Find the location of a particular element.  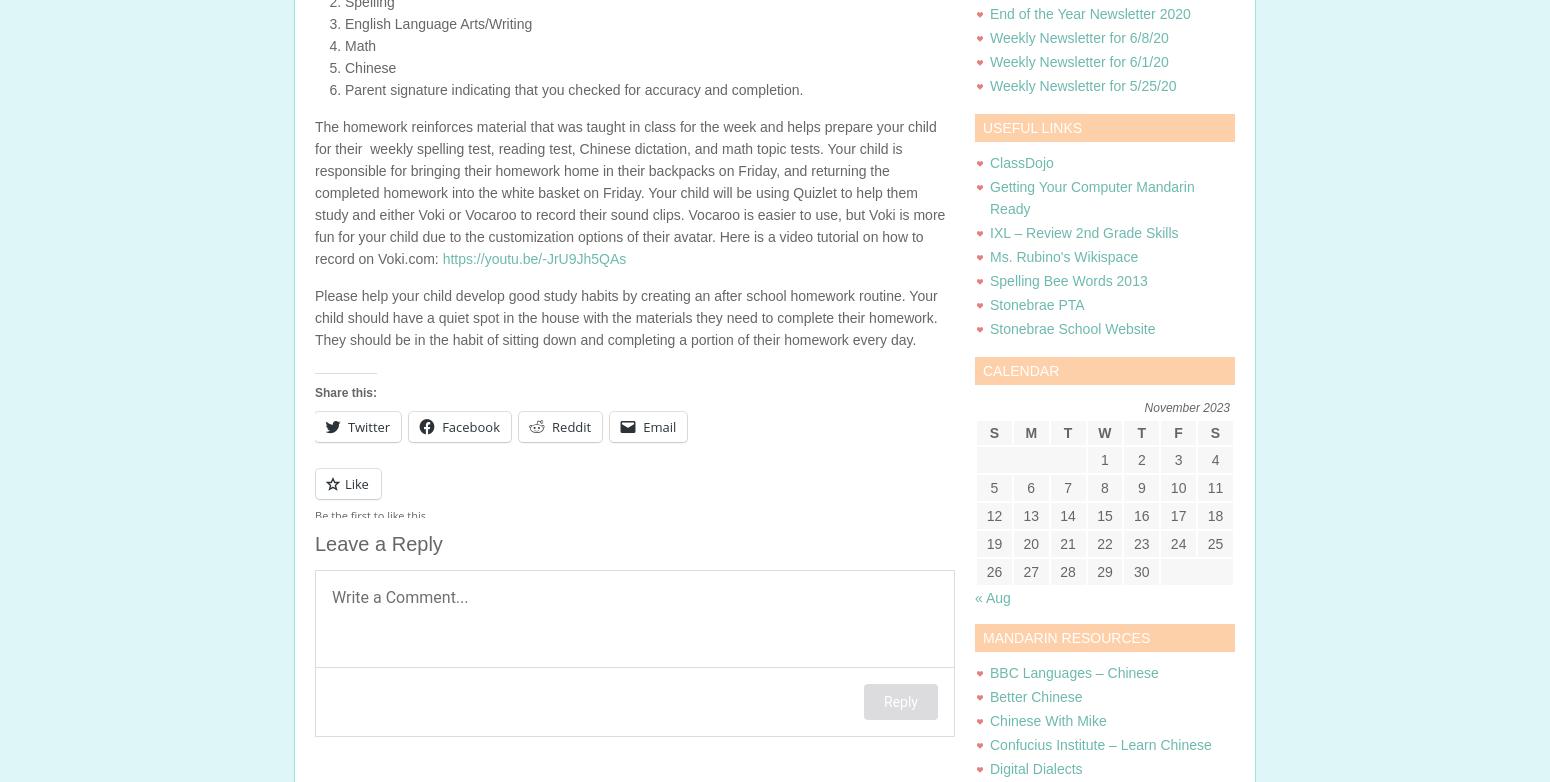

'Weekly Newsletter for 6/8/20' is located at coordinates (1078, 38).